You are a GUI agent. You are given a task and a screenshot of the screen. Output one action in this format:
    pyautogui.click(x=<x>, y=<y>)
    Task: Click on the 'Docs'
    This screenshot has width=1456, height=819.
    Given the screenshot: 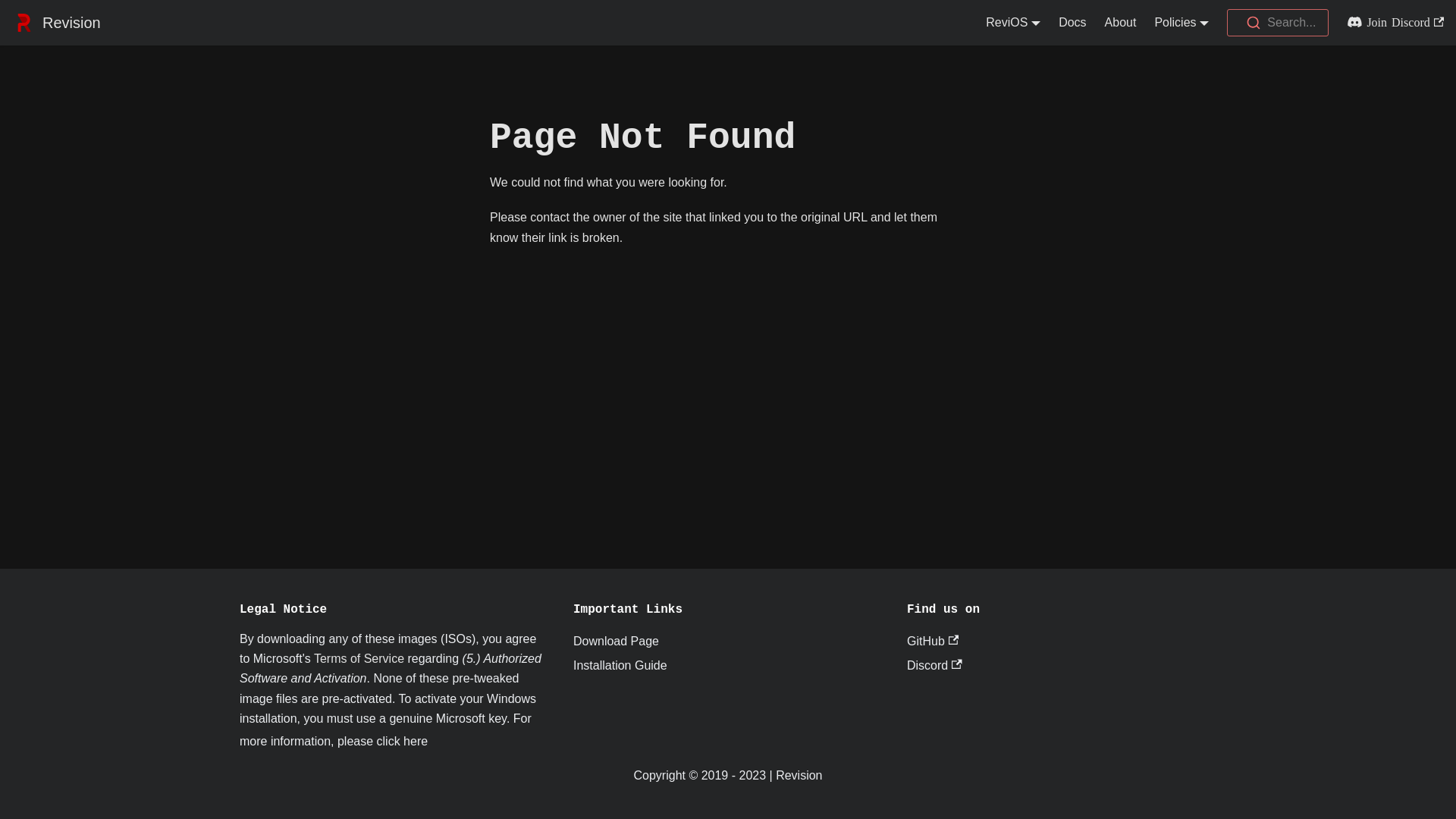 What is the action you would take?
    pyautogui.click(x=1072, y=23)
    